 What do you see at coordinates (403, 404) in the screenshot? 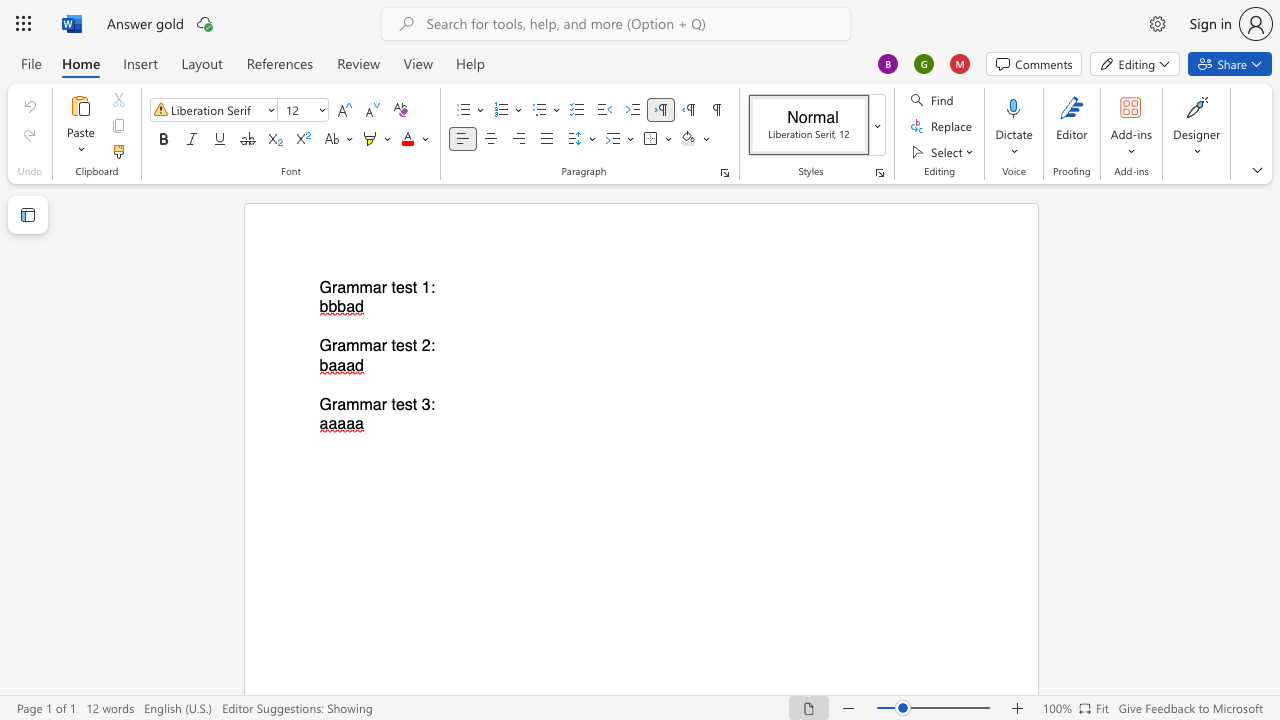
I see `the space between the continuous character "e" and "s" in the text` at bounding box center [403, 404].